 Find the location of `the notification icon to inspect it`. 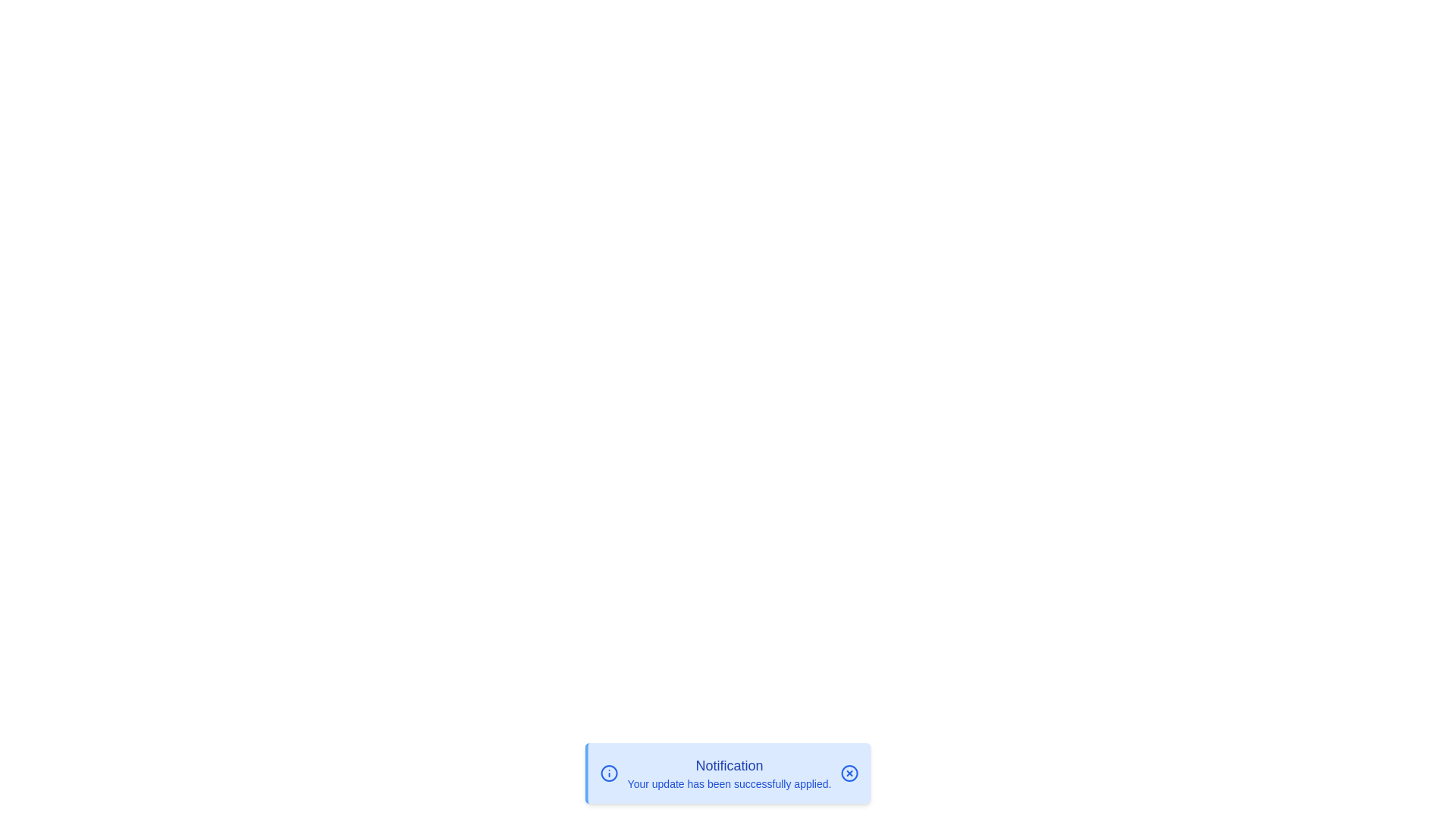

the notification icon to inspect it is located at coordinates (608, 773).